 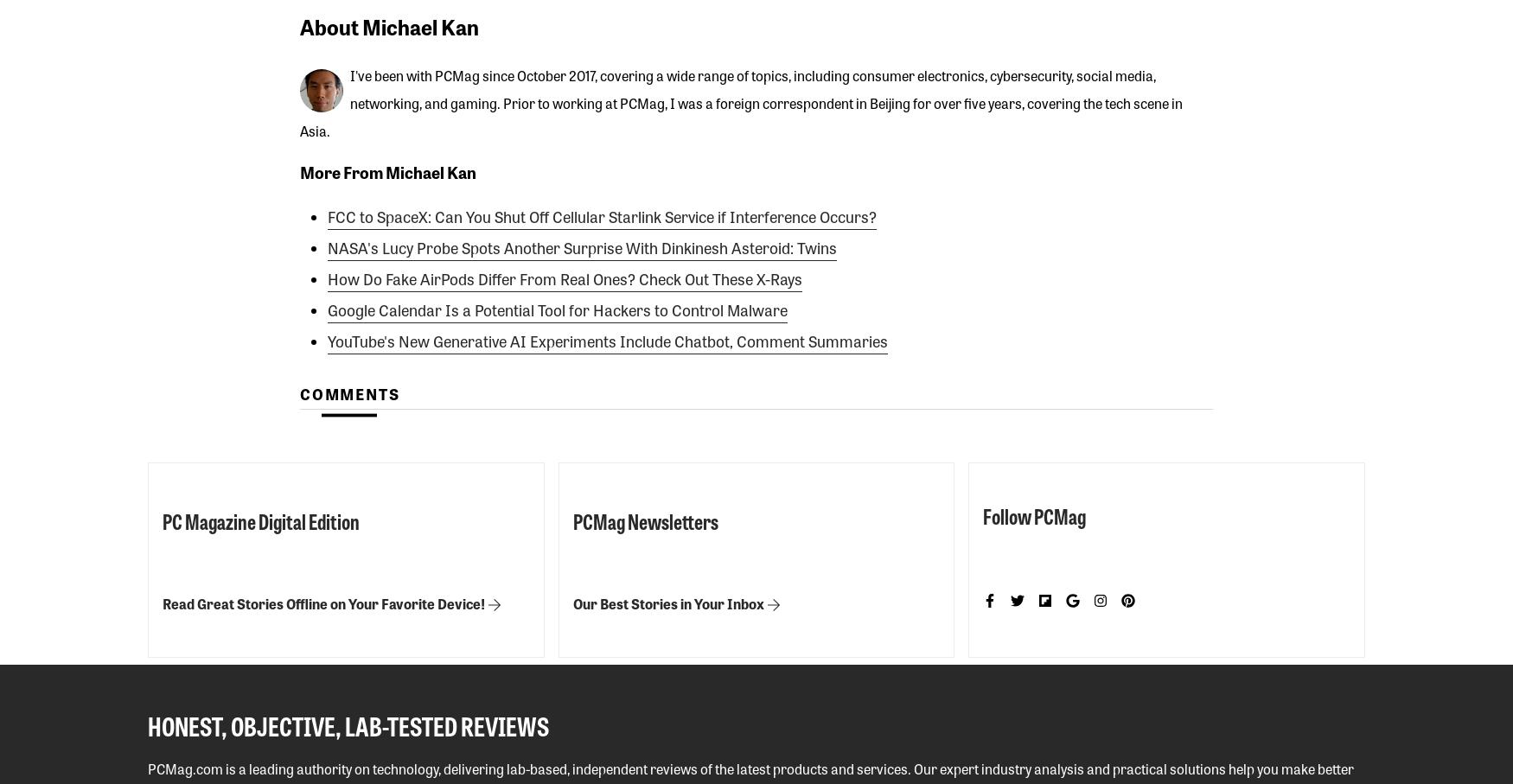 What do you see at coordinates (645, 519) in the screenshot?
I see `'PCMag Newsletters'` at bounding box center [645, 519].